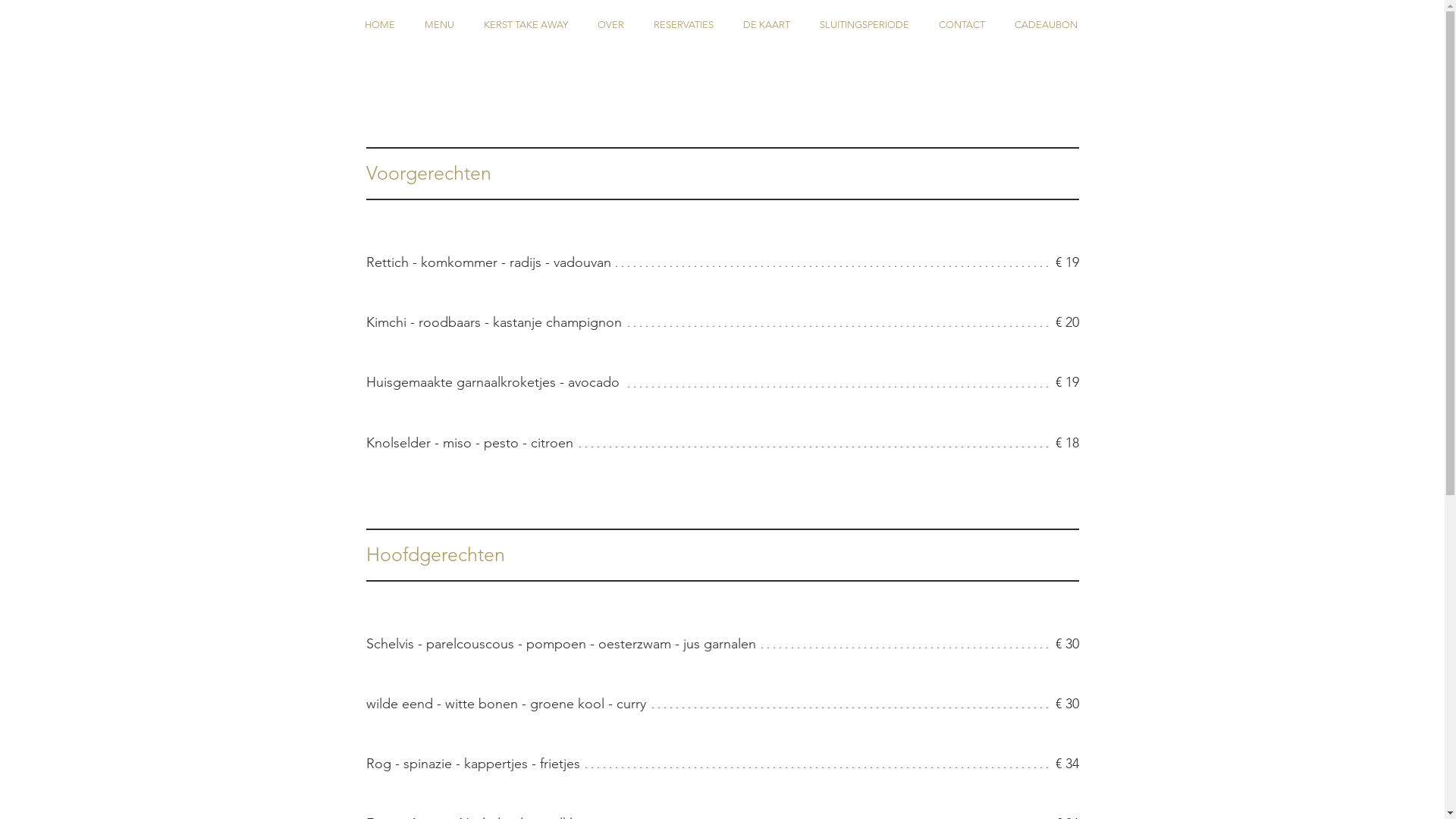 This screenshot has width=1456, height=819. I want to click on 'KERST TAKE AWAY', so click(525, 24).